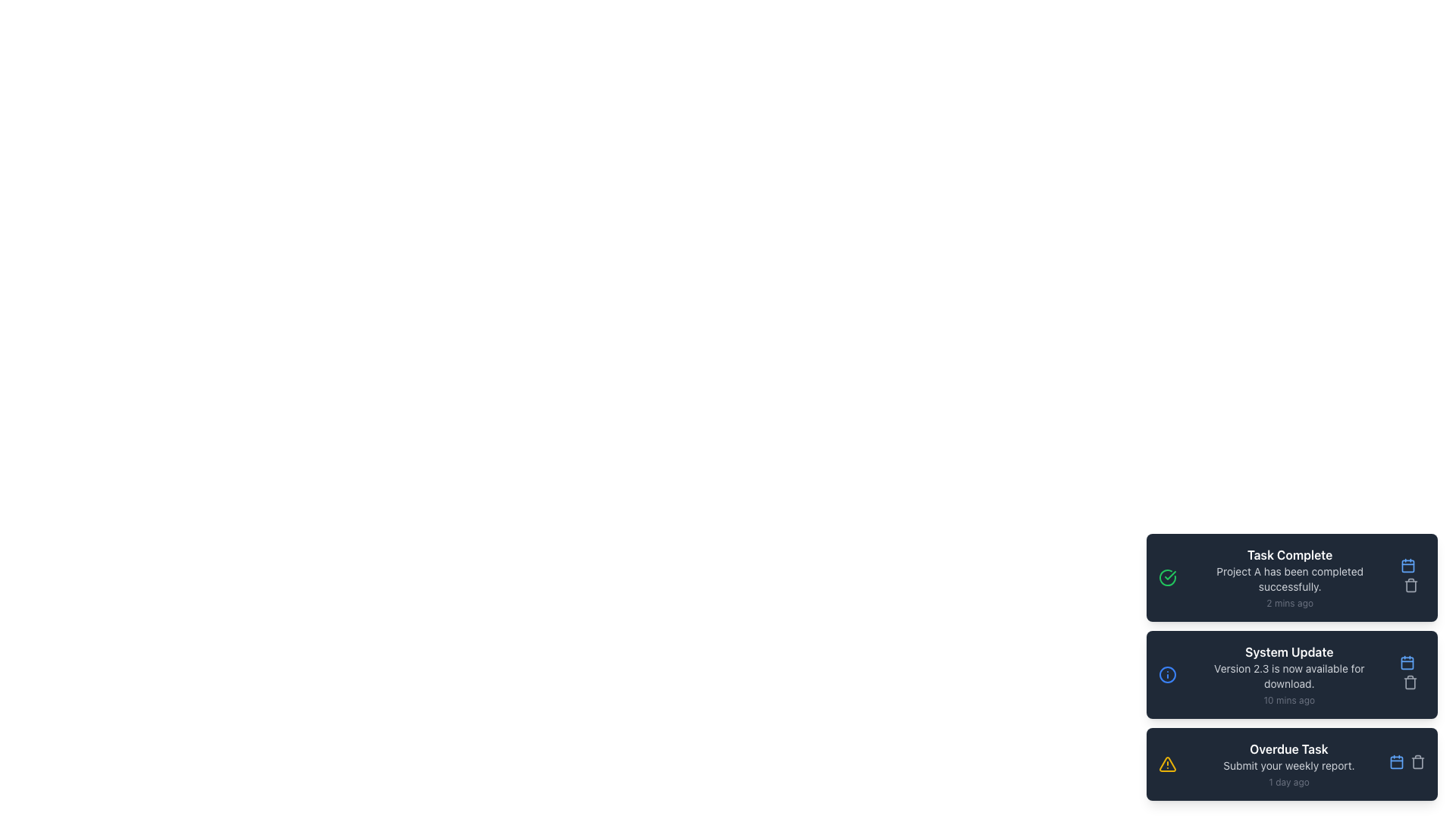 This screenshot has height=819, width=1456. What do you see at coordinates (1289, 579) in the screenshot?
I see `text element displaying the message 'Project A has been completed successfully.', which is styled in a small gray font and positioned below the title 'Task Complete'` at bounding box center [1289, 579].